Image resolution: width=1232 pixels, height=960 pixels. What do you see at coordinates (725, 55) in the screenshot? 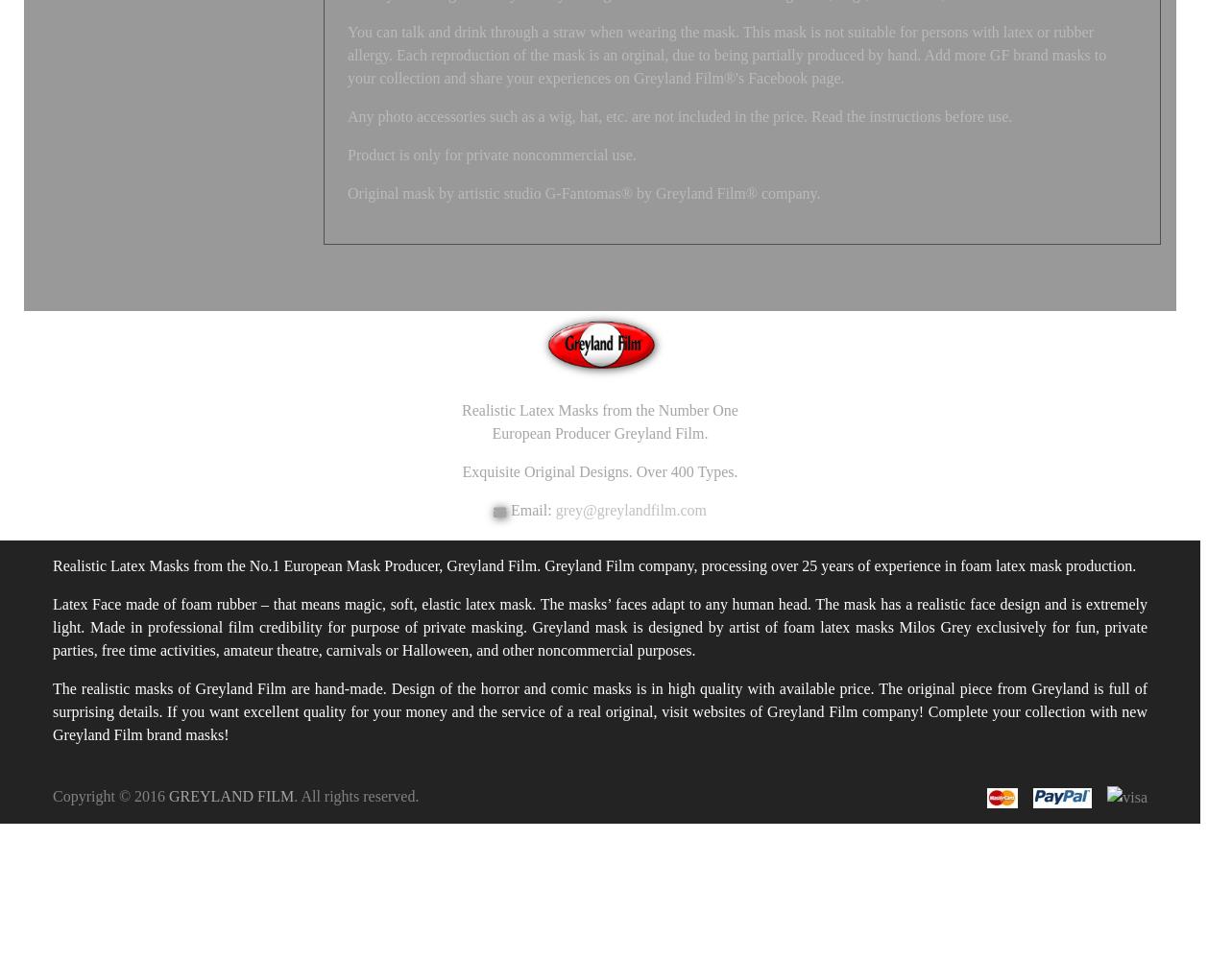
I see `'You can talk and drink through a straw when wearing the mask. This mask is not suitable for persons with latex or rubber allergy. Each reproduction of the mask is an orginal, due to being partially produced by hand. Add more GF brand masks to your collection and share your experiences on Greyland Film®'s Facebook page.'` at bounding box center [725, 55].